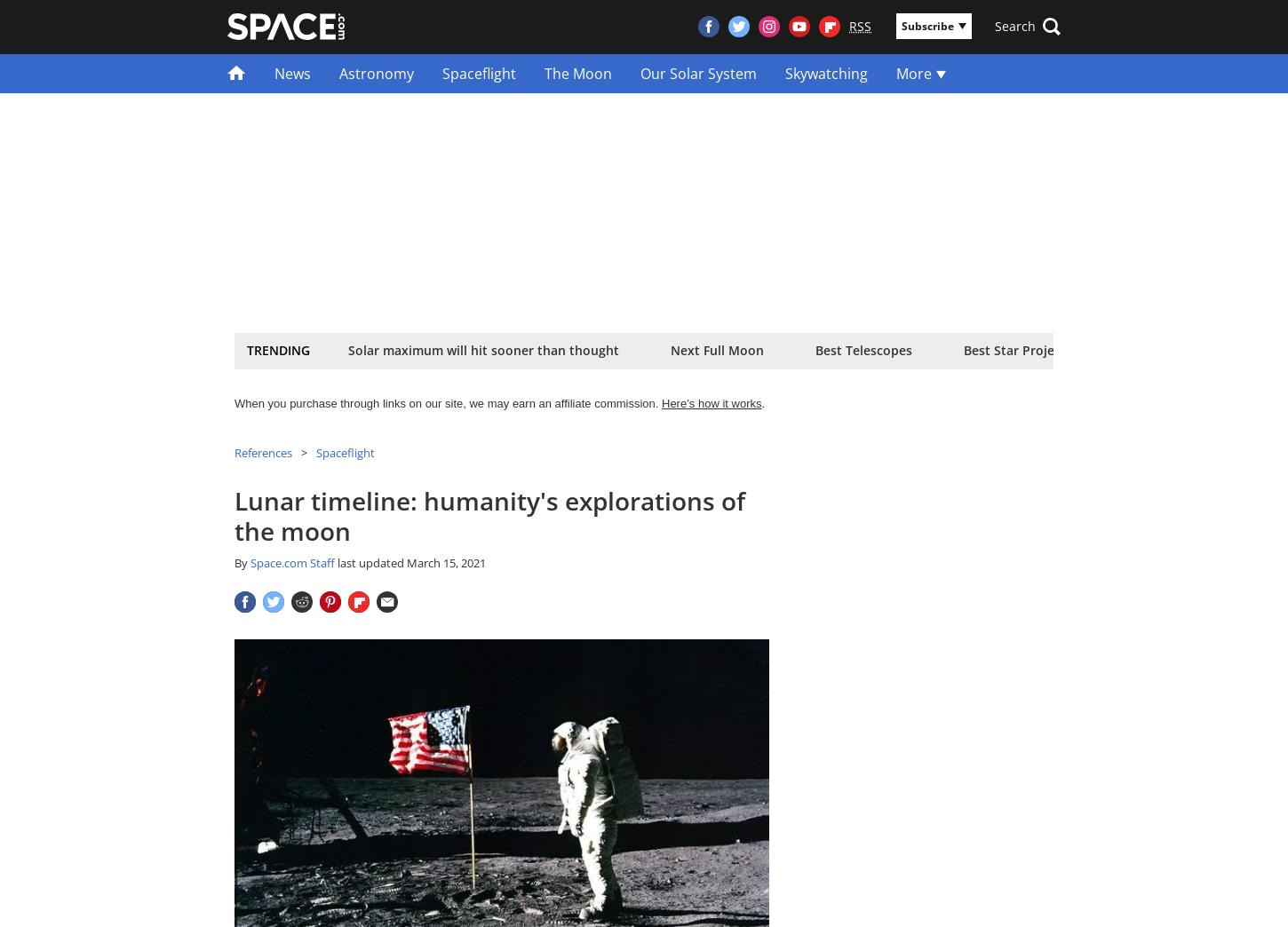 The width and height of the screenshot is (1288, 927). What do you see at coordinates (477, 249) in the screenshot?
I see `'Jam packed issues filled with the latest cutting-edge research, technology and theories delivered in an entertaining and visually stunning way, aiming to educate and inspire readers of all ages'` at bounding box center [477, 249].